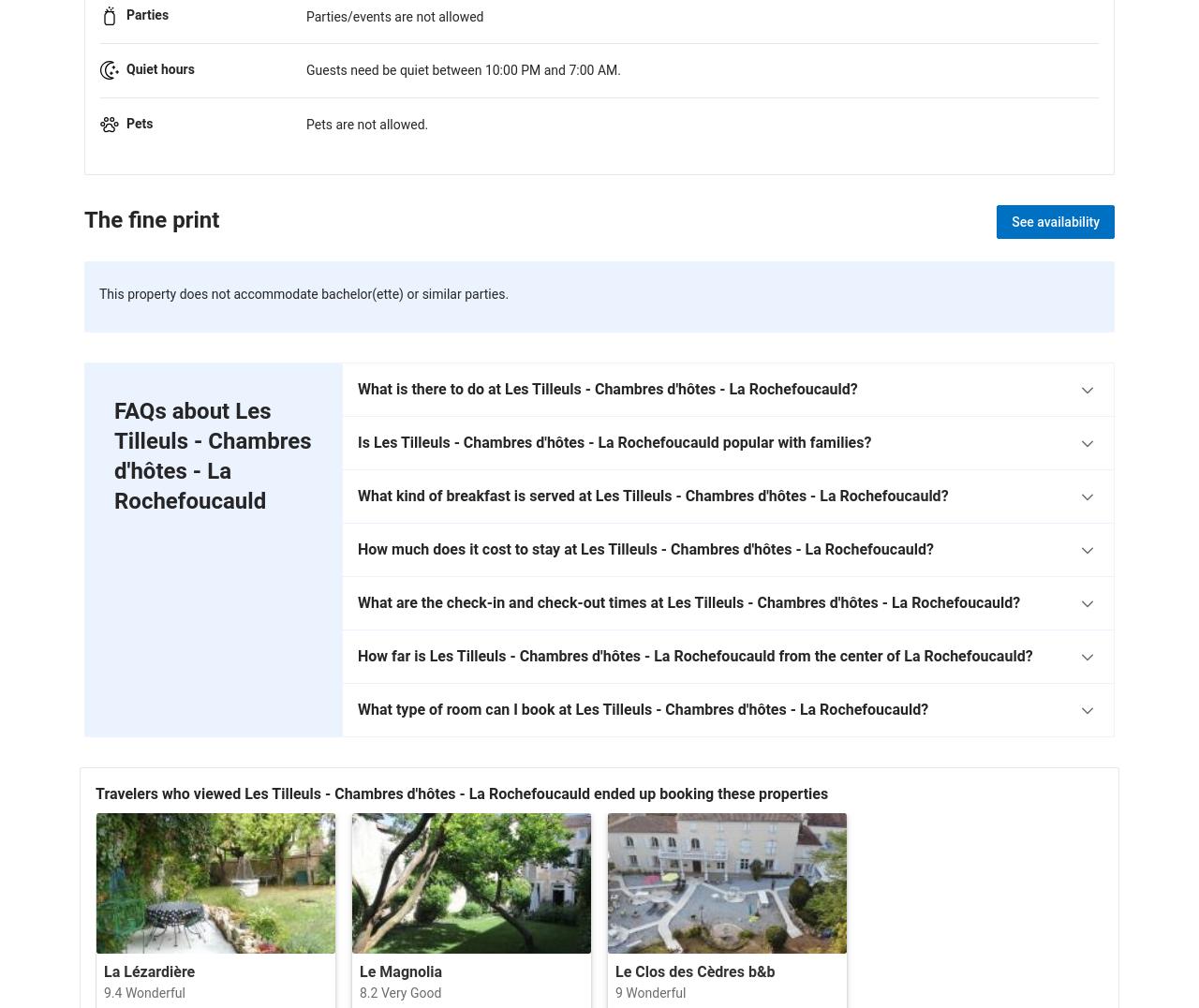 The image size is (1199, 1008). I want to click on 'The fine print', so click(82, 219).